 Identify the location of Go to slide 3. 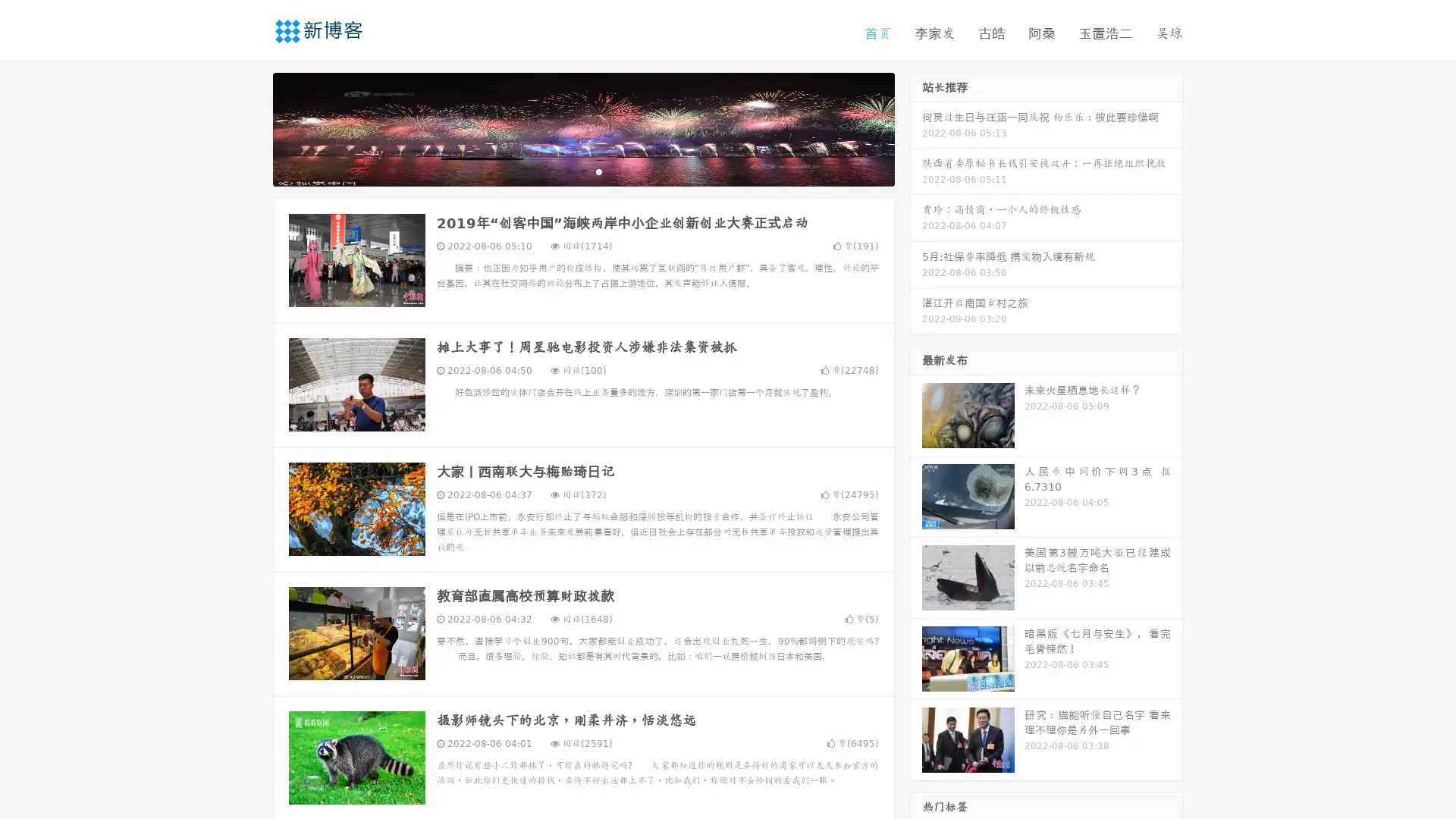
(598, 171).